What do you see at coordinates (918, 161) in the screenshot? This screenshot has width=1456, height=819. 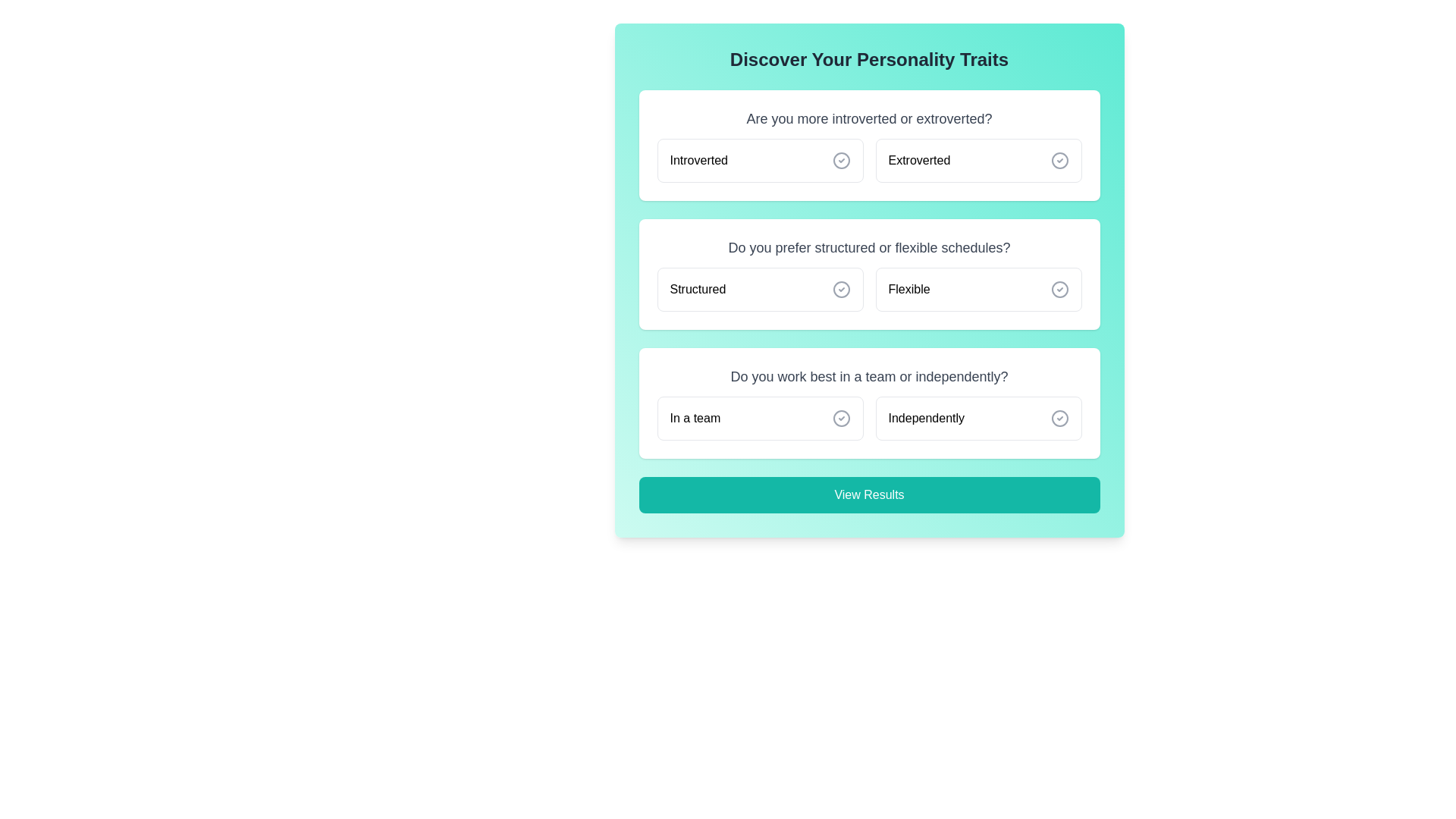 I see `the text label indicating the preference for extroversion, located to the right of the 'Introverted' option in the upper section of the form` at bounding box center [918, 161].